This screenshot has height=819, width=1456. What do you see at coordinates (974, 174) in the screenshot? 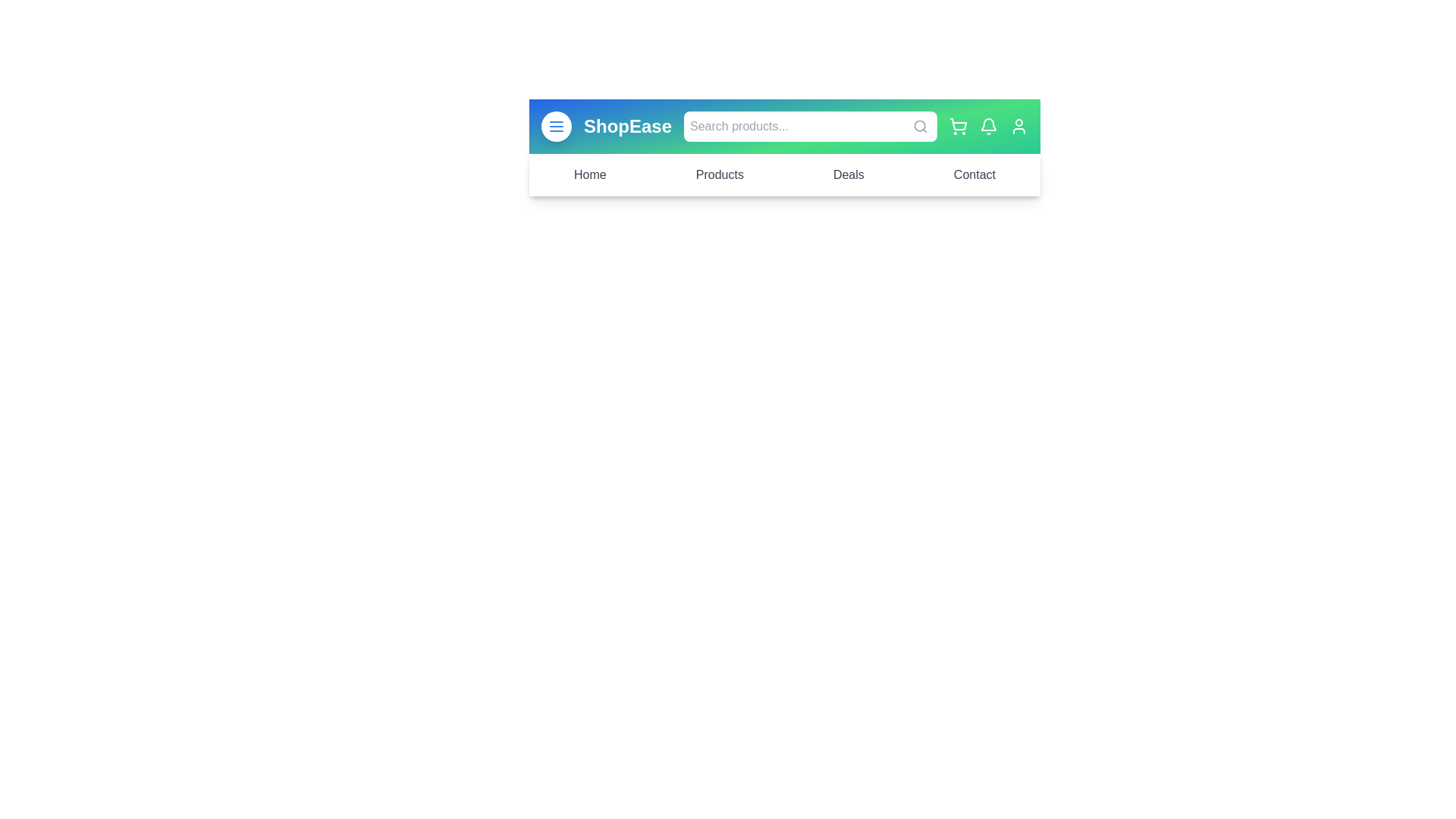
I see `the Contact navigation link` at bounding box center [974, 174].